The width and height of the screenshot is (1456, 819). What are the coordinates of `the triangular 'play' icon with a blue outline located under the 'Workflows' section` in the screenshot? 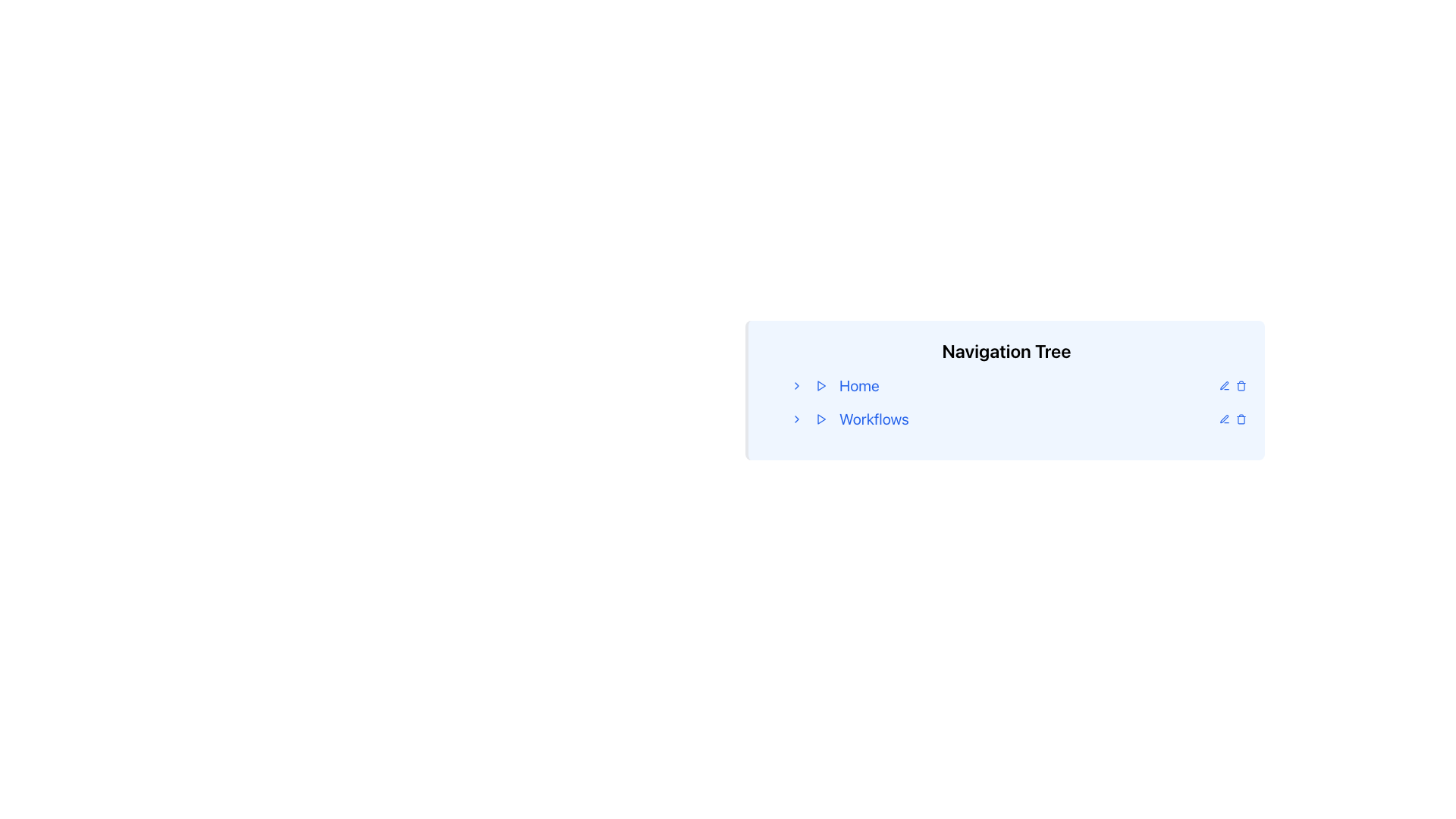 It's located at (821, 419).